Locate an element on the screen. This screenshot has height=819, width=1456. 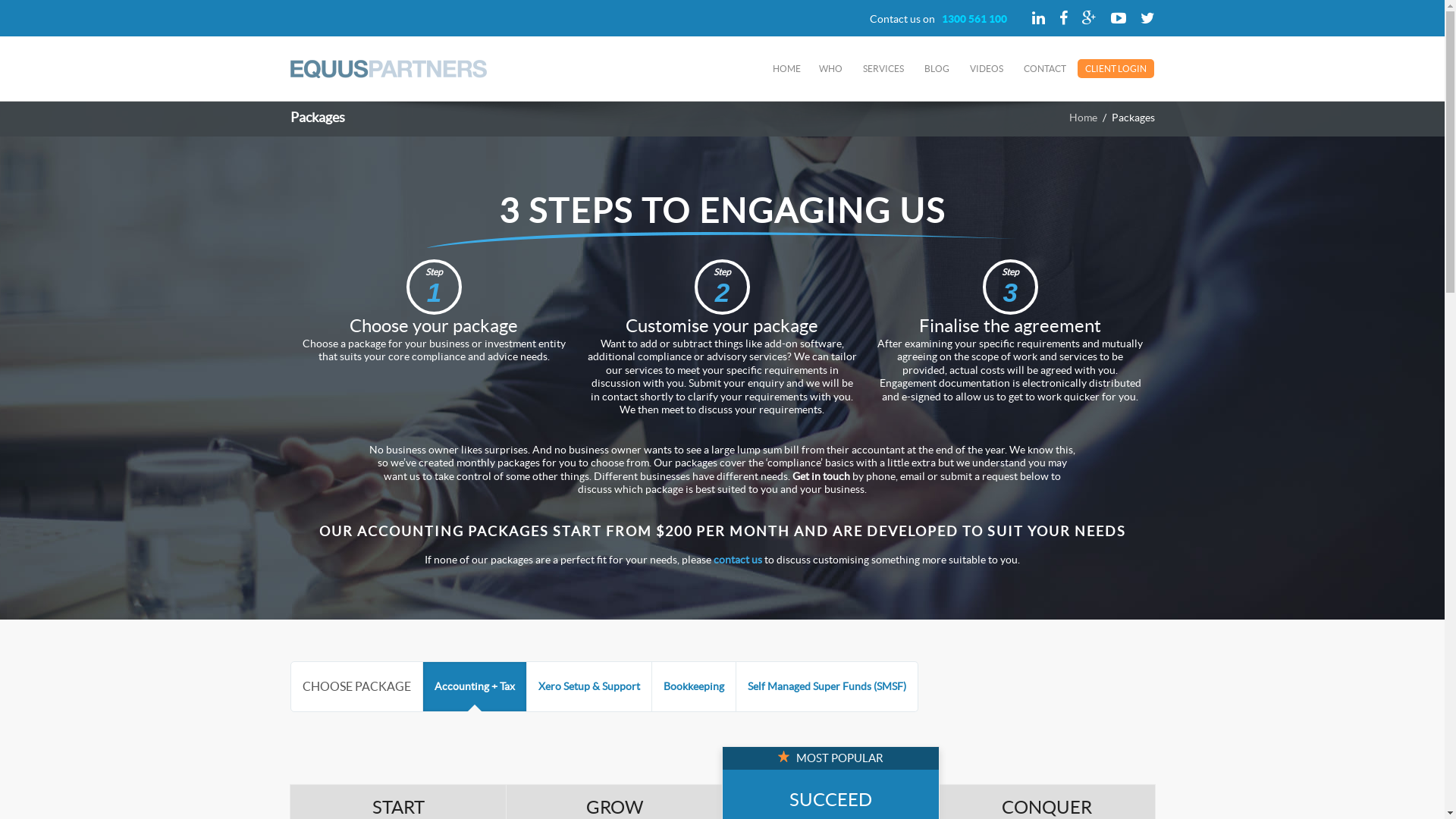
'Home' is located at coordinates (1082, 116).